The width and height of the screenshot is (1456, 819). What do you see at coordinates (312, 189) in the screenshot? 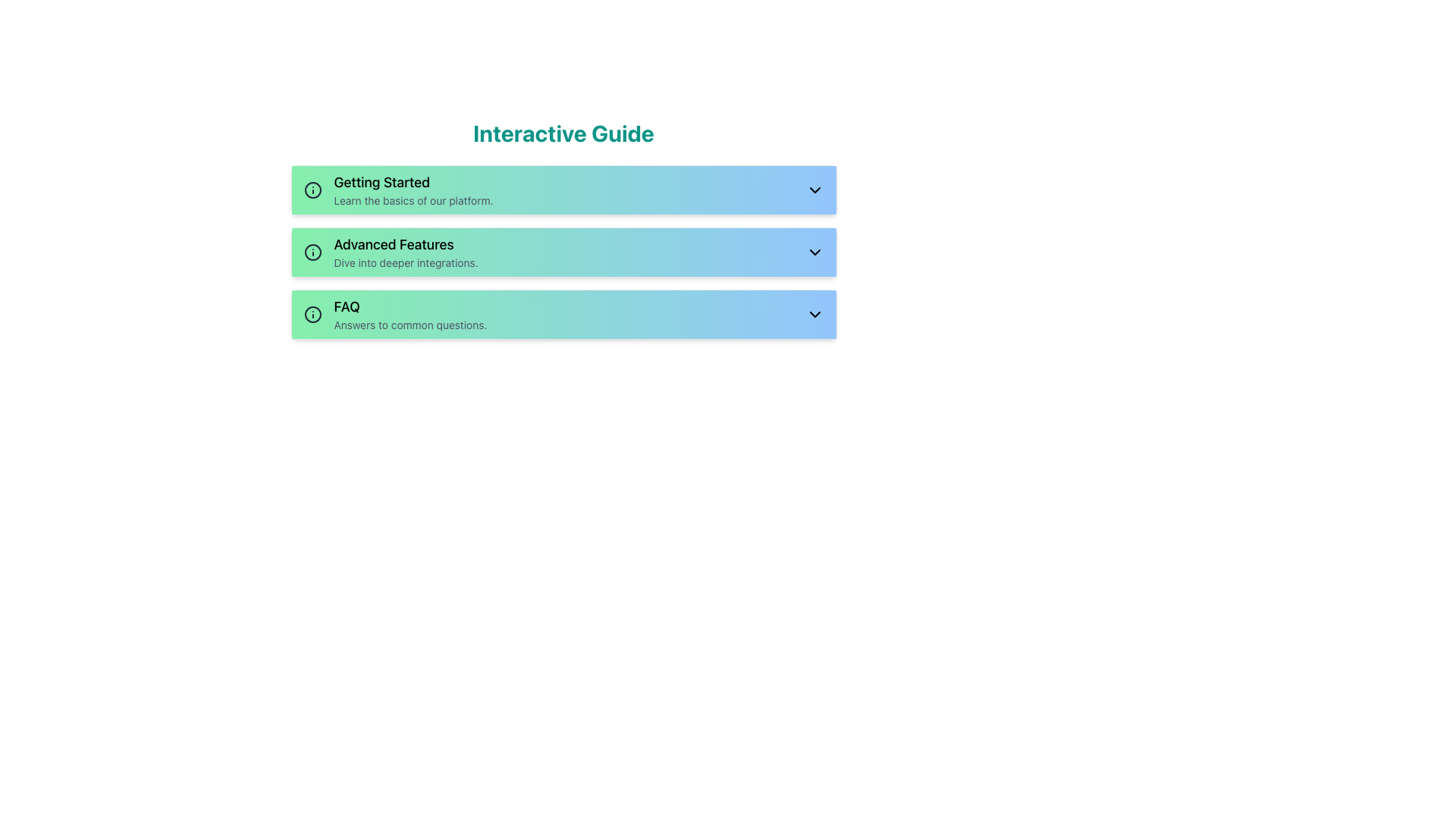
I see `the SVG Circle that represents a section or feature in the interface, located to the left of the text label 'Getting Started'` at bounding box center [312, 189].